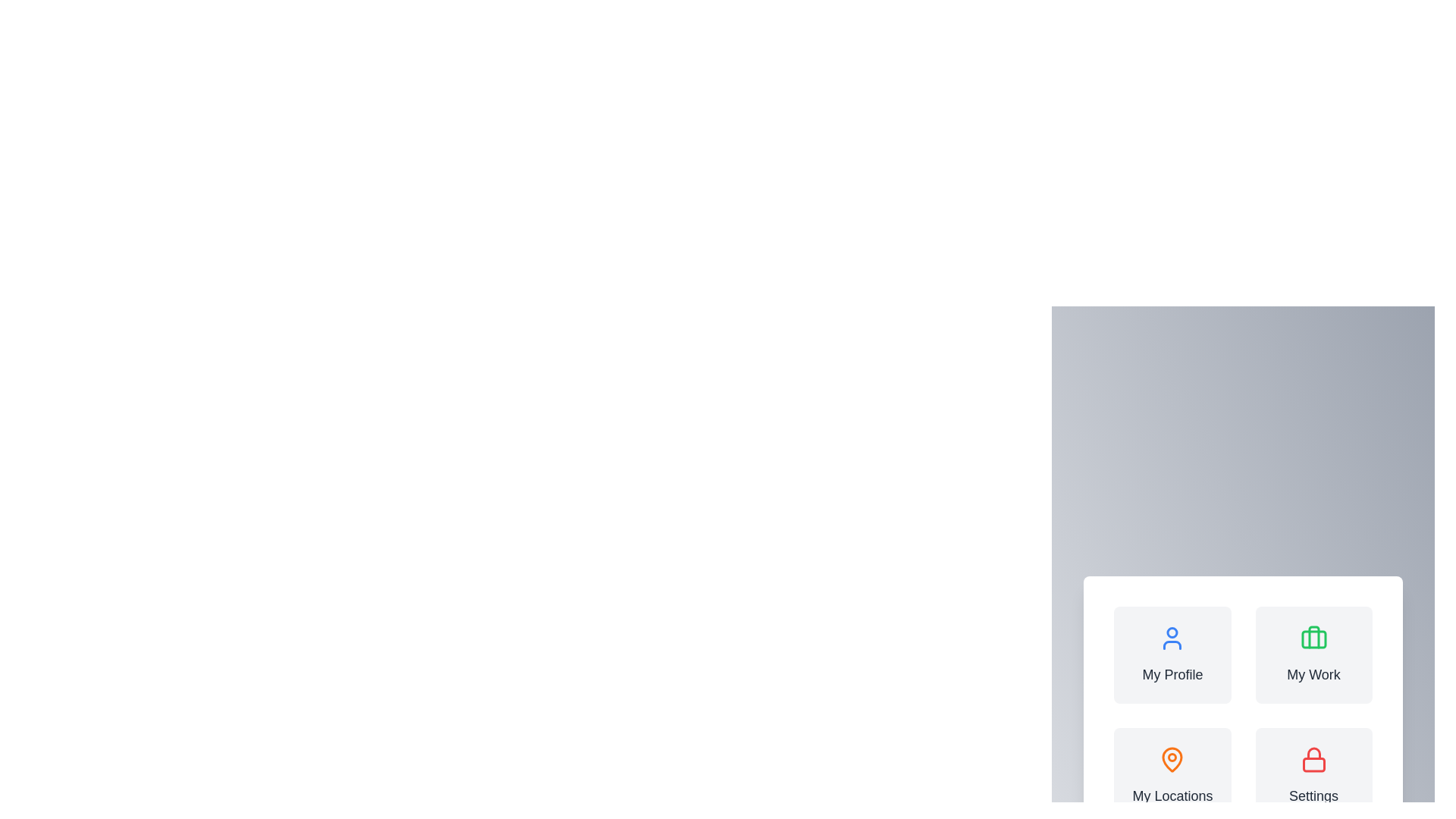 The image size is (1456, 819). What do you see at coordinates (1313, 639) in the screenshot?
I see `the rectangular graphical component located at the center of the briefcase icon in the second position of a two-by-two grid layout` at bounding box center [1313, 639].